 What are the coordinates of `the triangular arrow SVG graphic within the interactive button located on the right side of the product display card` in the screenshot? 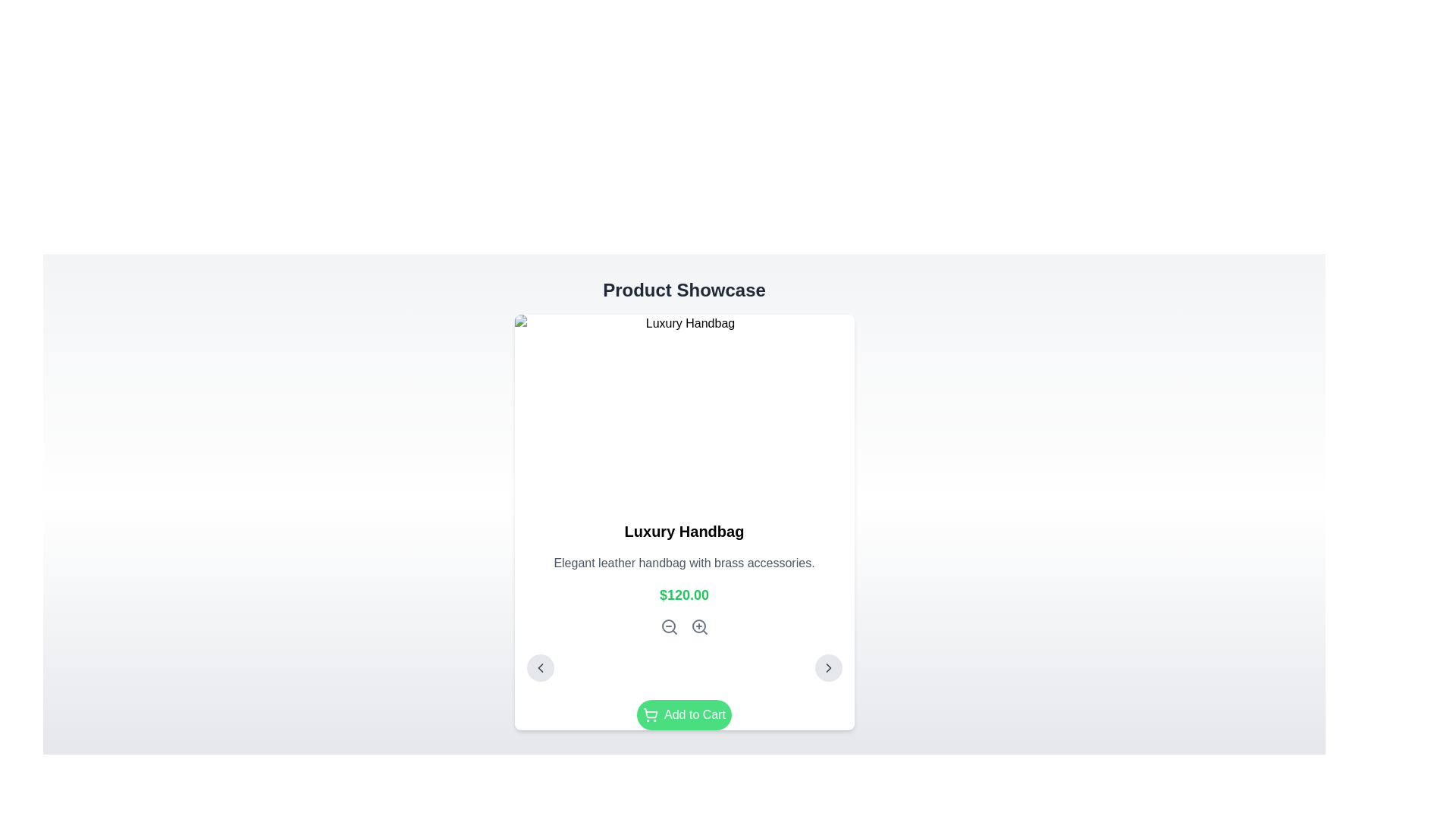 It's located at (540, 667).